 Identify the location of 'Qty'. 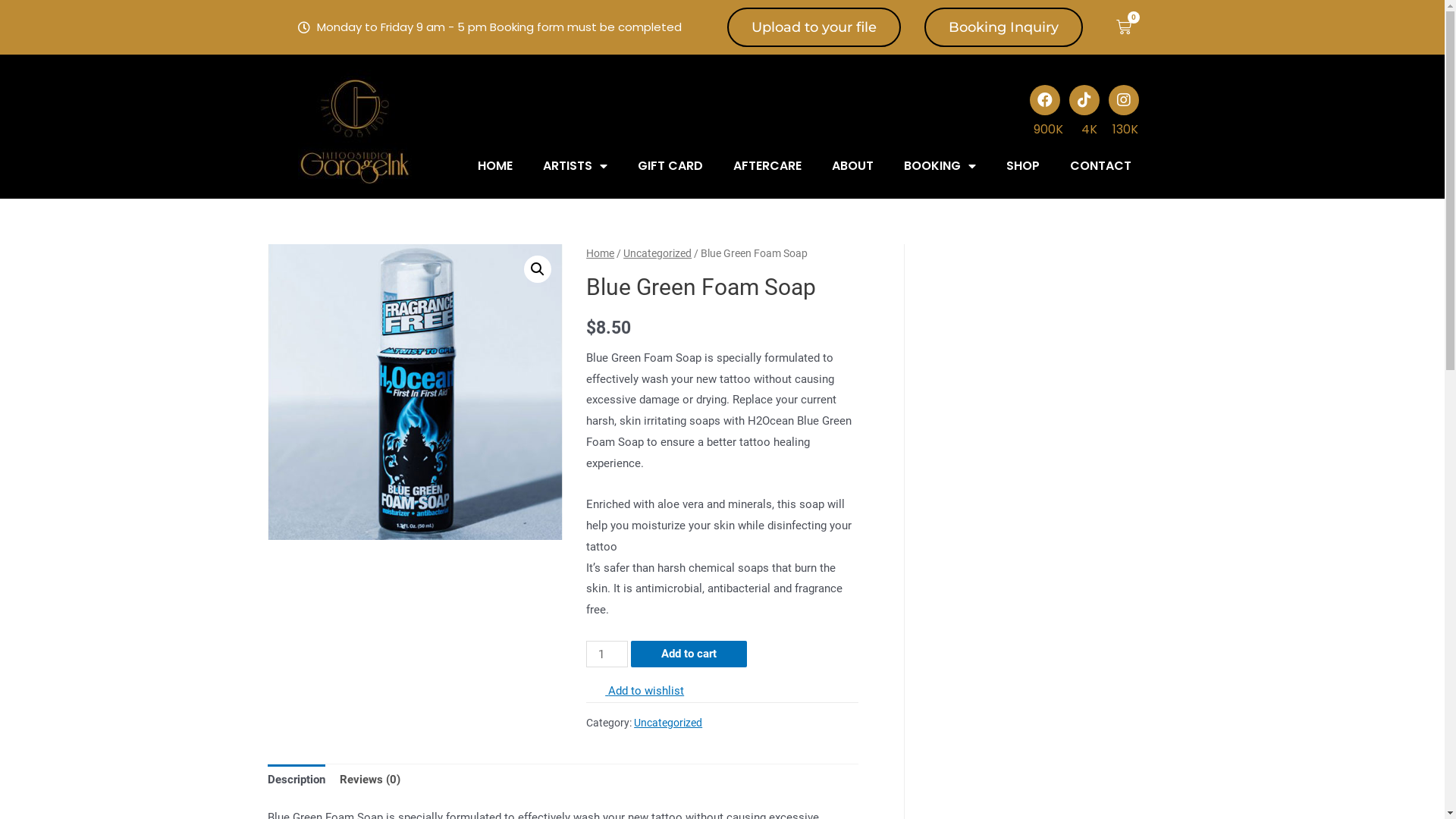
(585, 653).